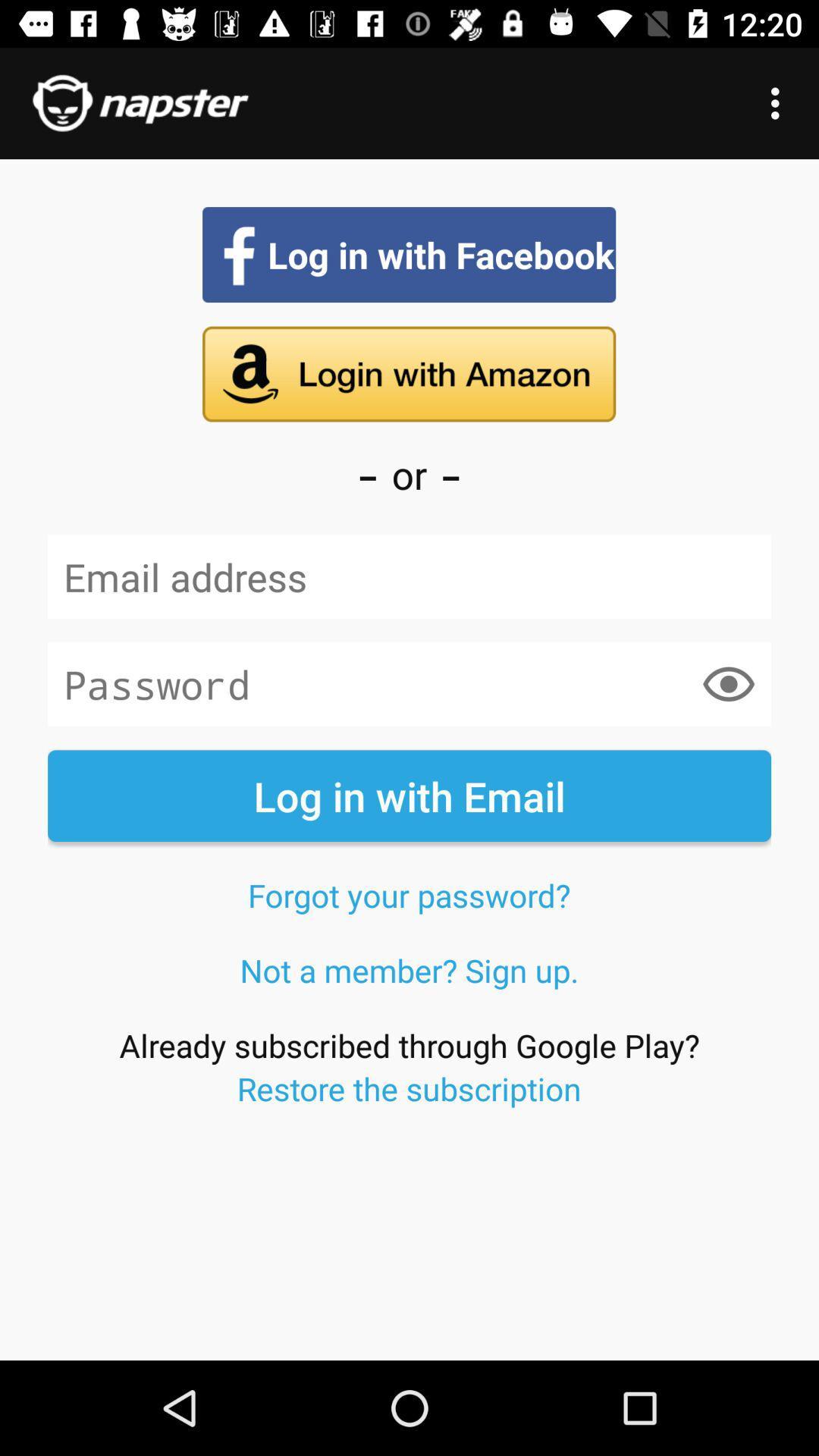  Describe the element at coordinates (409, 1087) in the screenshot. I see `the restore the submission at the bottom of the page` at that location.